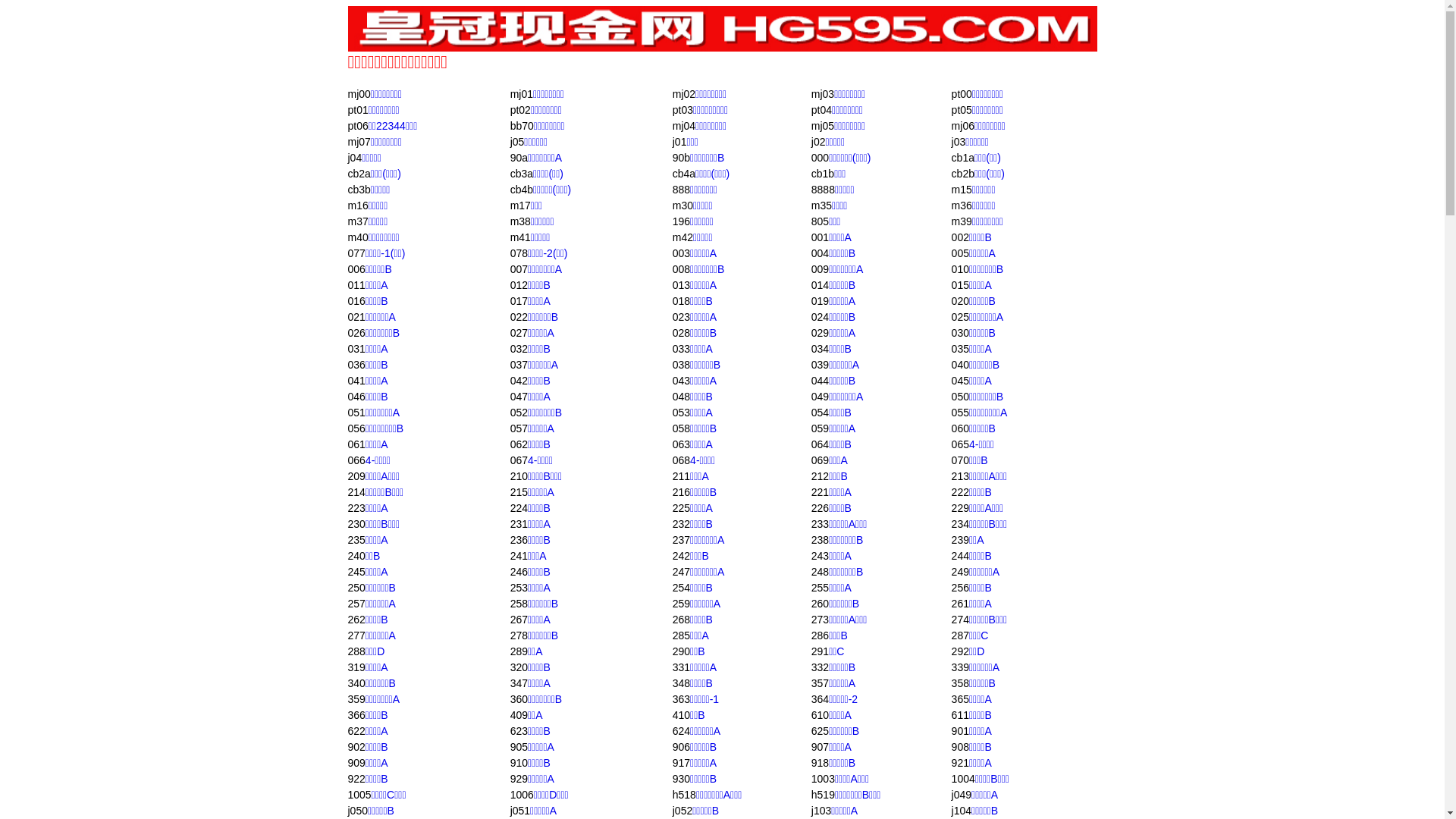 This screenshot has width=1456, height=819. What do you see at coordinates (355, 268) in the screenshot?
I see `'006'` at bounding box center [355, 268].